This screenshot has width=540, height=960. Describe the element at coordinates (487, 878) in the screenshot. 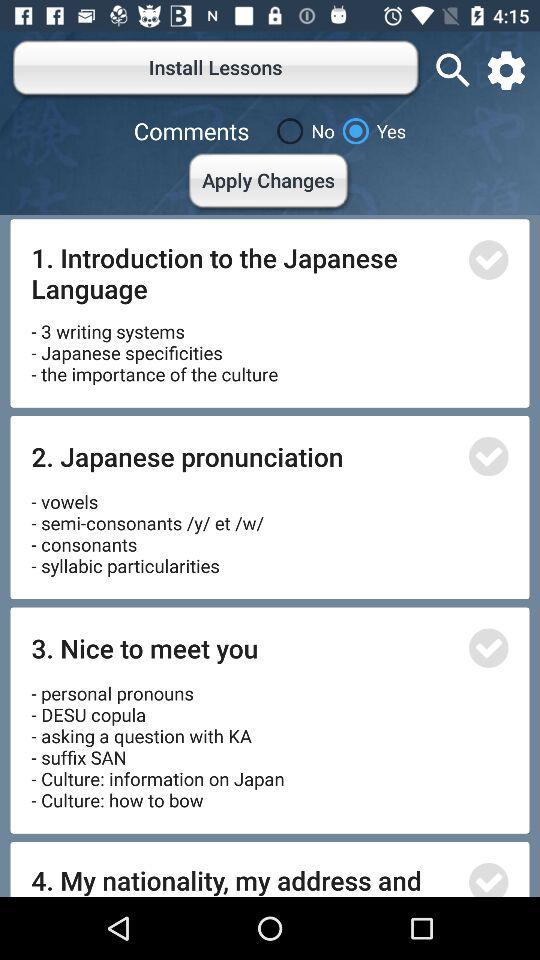

I see `choose subject` at that location.